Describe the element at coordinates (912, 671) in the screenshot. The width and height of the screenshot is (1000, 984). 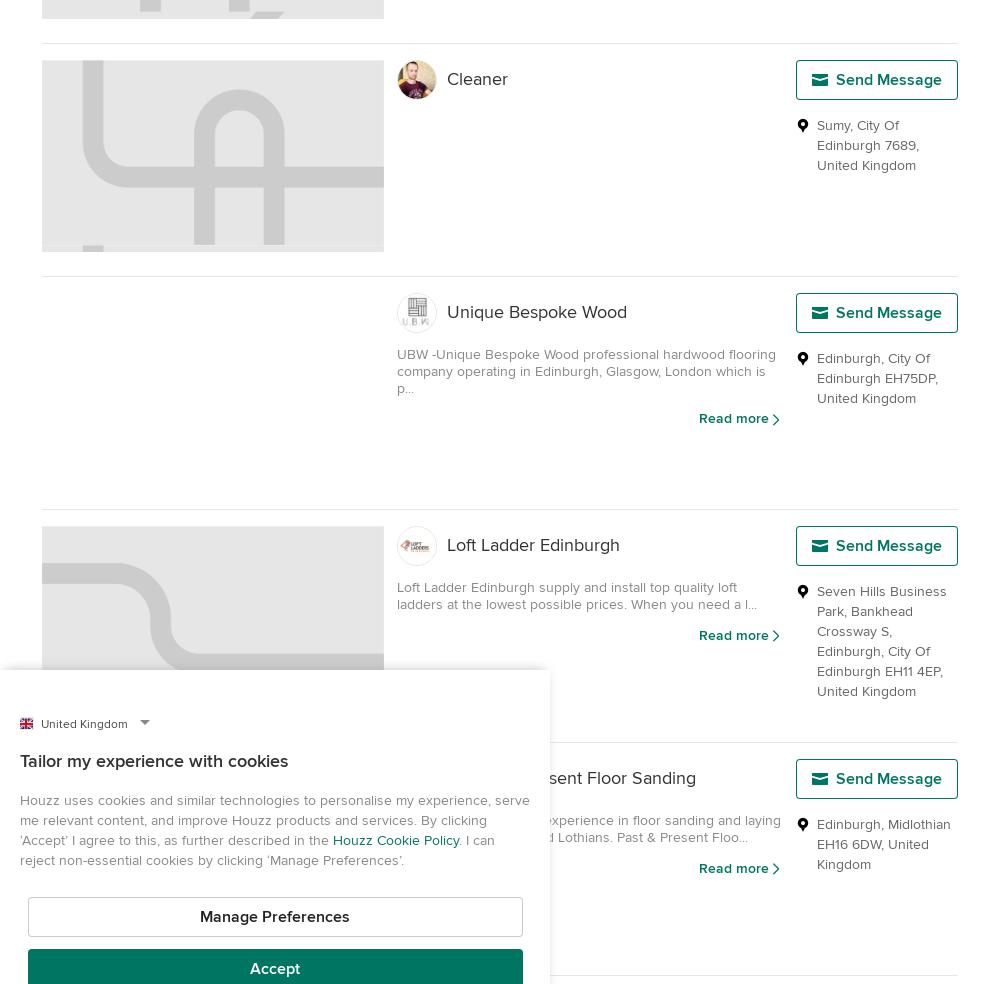
I see `'EH11 4EP'` at that location.